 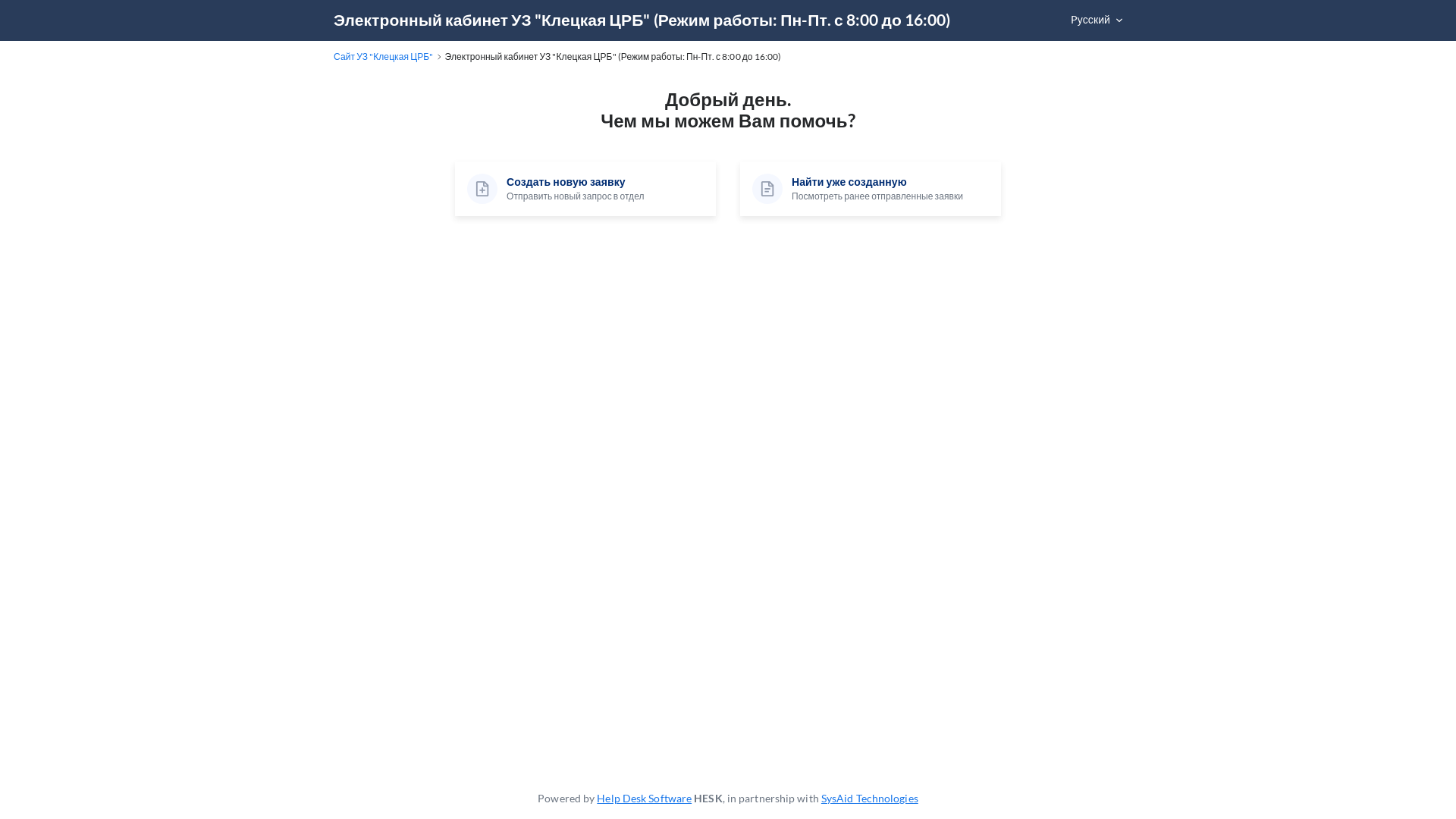 What do you see at coordinates (821, 797) in the screenshot?
I see `'SysAid Technologies'` at bounding box center [821, 797].